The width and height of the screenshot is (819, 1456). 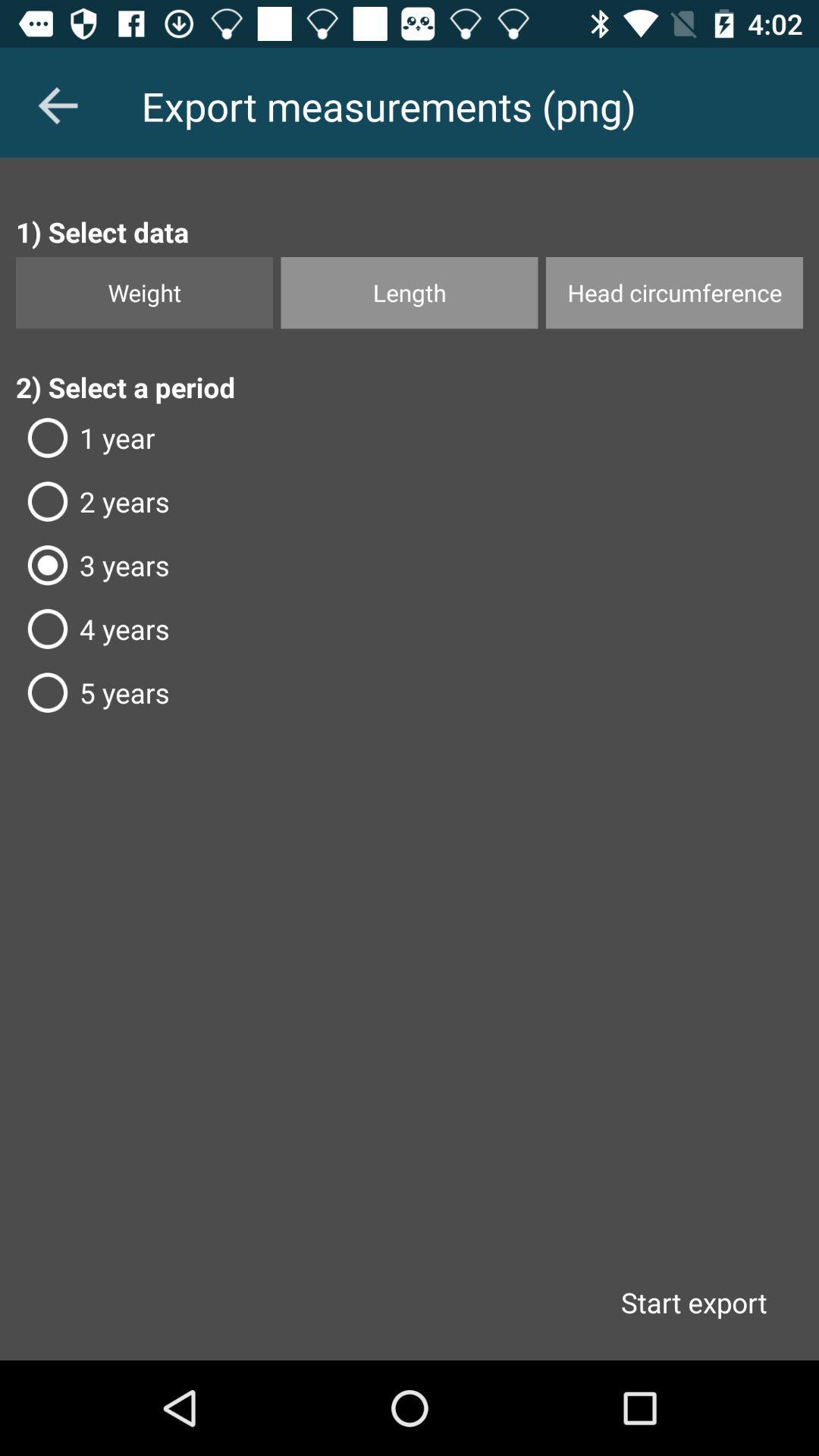 What do you see at coordinates (409, 293) in the screenshot?
I see `item next to the head circumference icon` at bounding box center [409, 293].